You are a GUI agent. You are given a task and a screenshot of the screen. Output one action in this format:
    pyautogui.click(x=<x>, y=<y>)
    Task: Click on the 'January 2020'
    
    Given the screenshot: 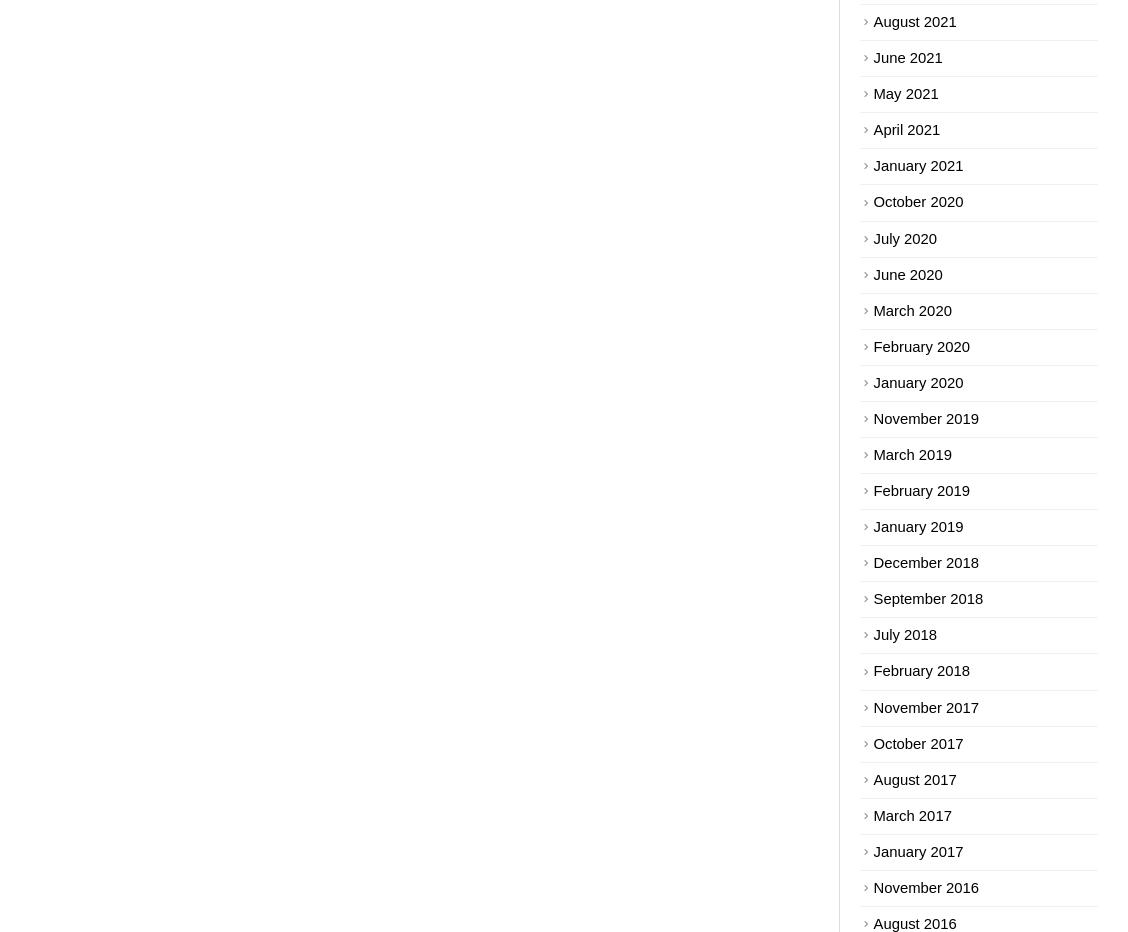 What is the action you would take?
    pyautogui.click(x=916, y=381)
    